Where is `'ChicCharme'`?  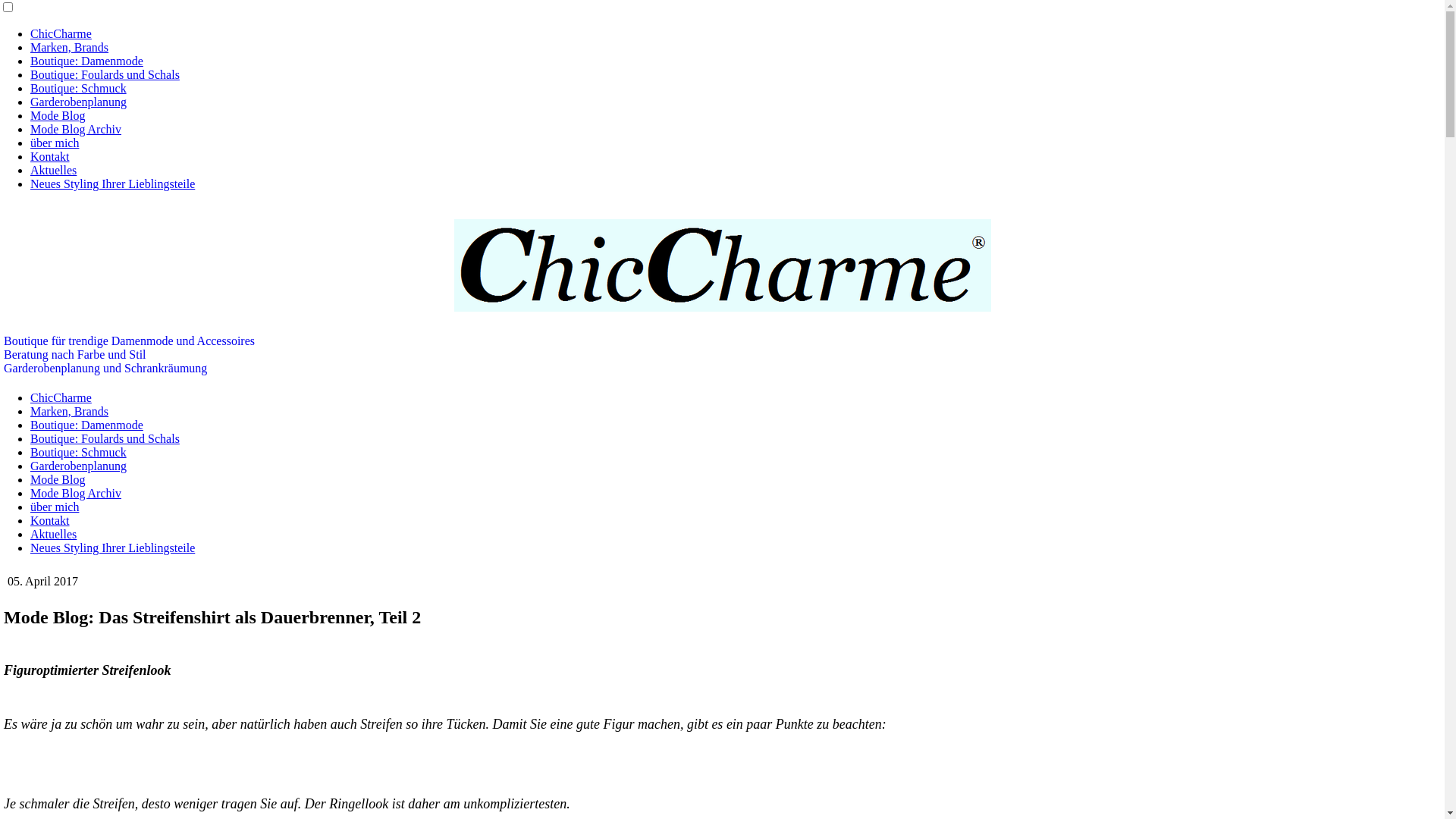 'ChicCharme' is located at coordinates (61, 33).